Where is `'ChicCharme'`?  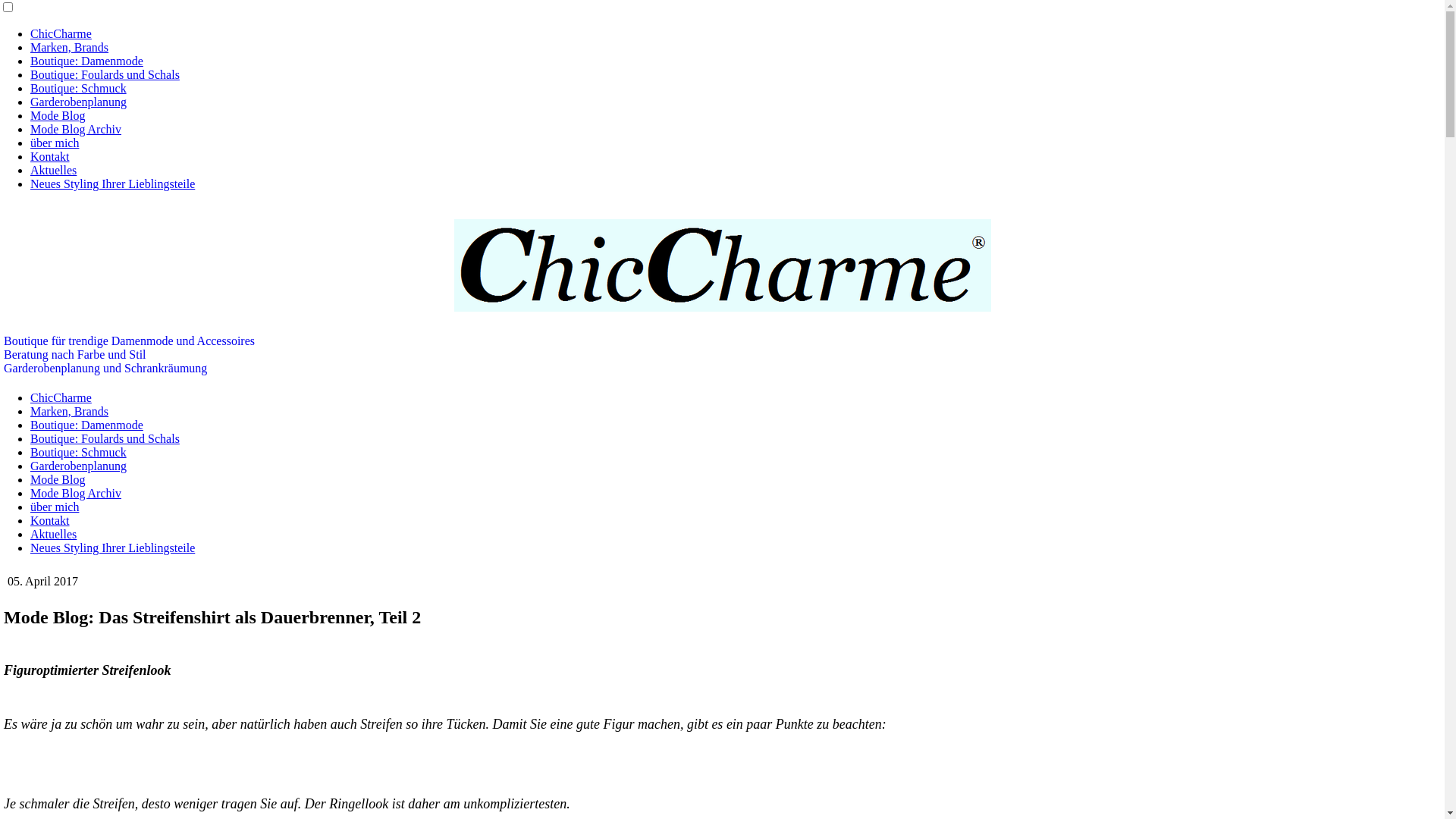 'ChicCharme' is located at coordinates (61, 33).